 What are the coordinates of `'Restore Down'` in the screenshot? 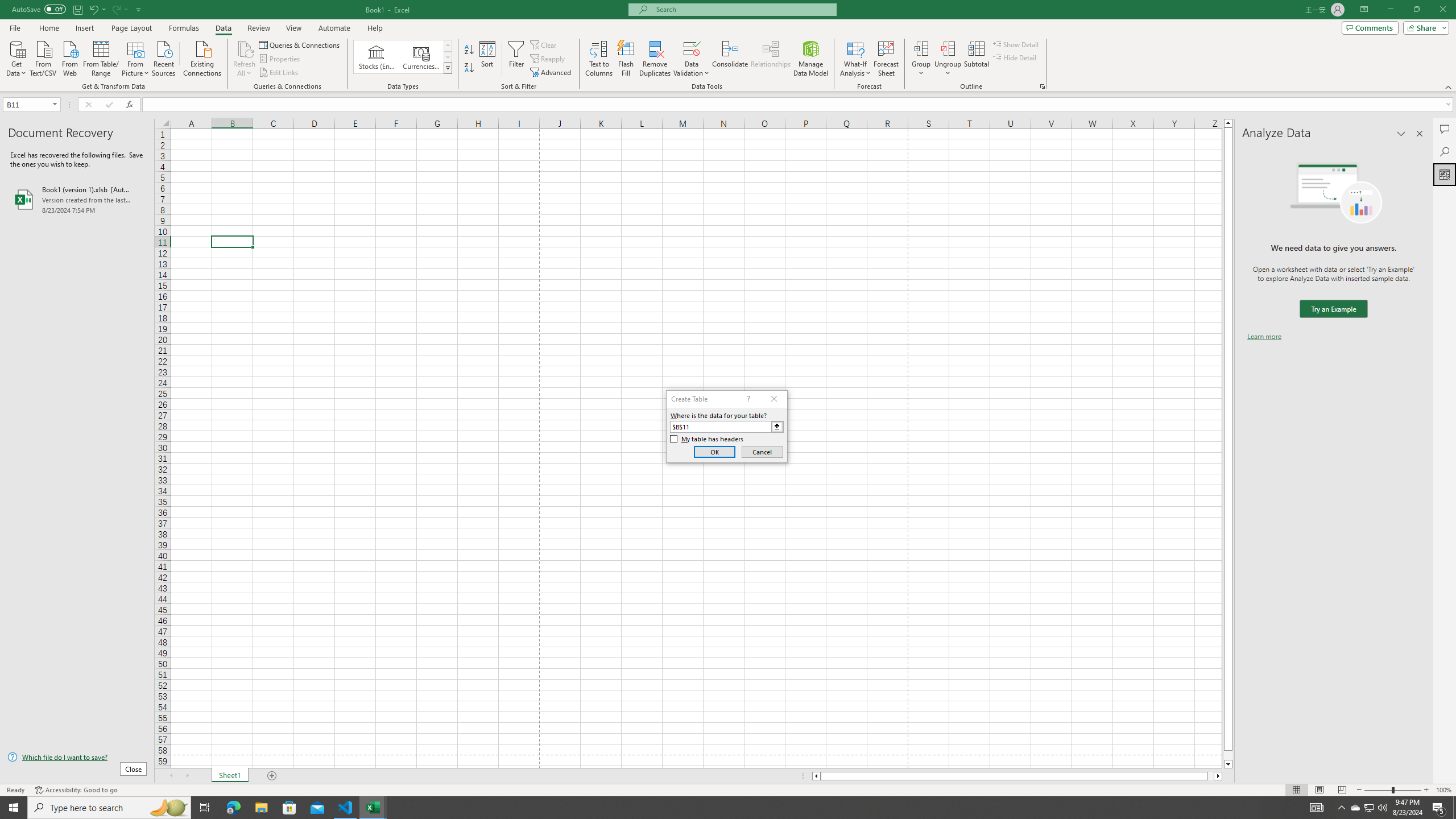 It's located at (1416, 9).